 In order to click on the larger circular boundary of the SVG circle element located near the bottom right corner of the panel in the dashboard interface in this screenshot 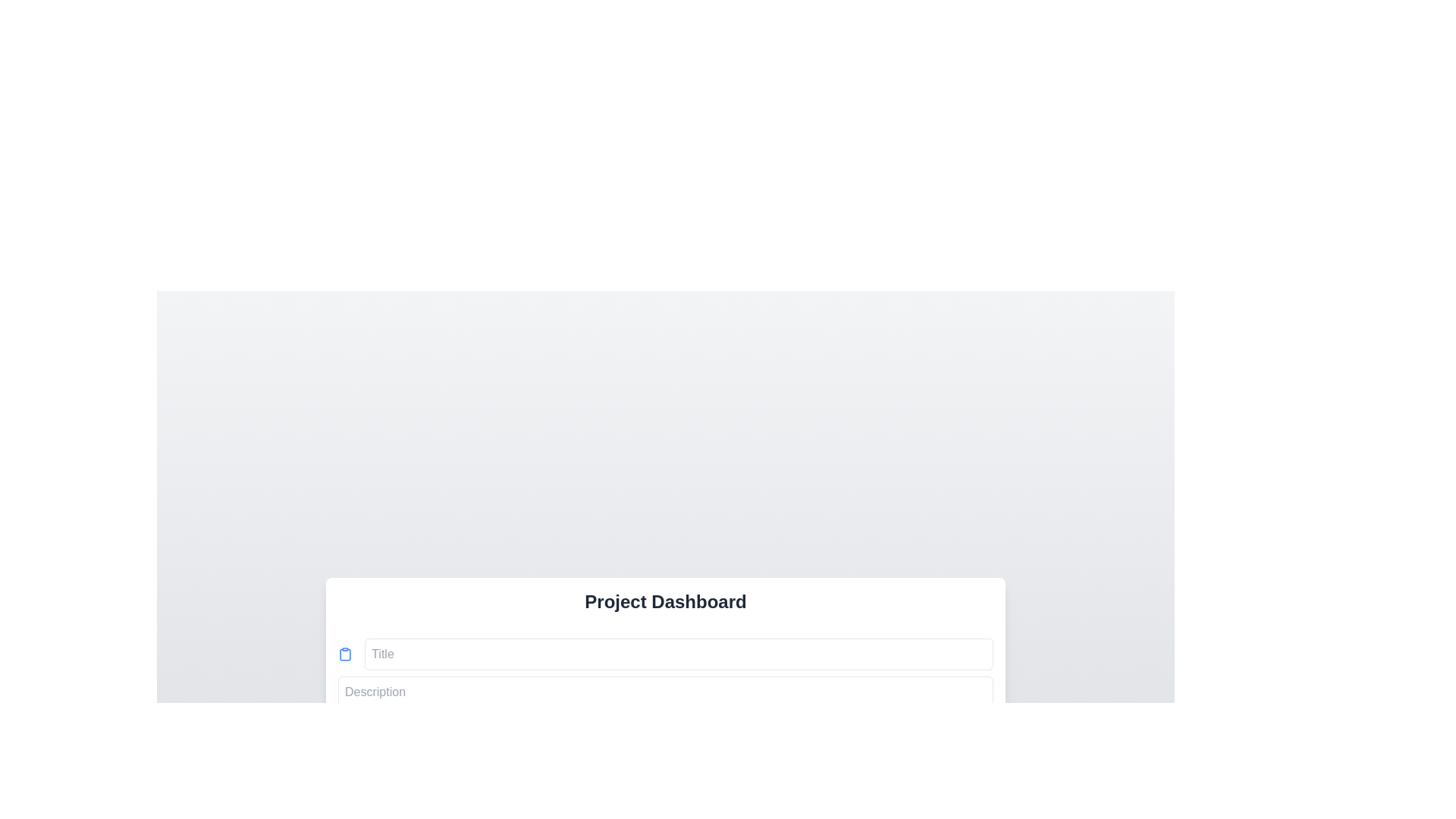, I will do `click(986, 745)`.